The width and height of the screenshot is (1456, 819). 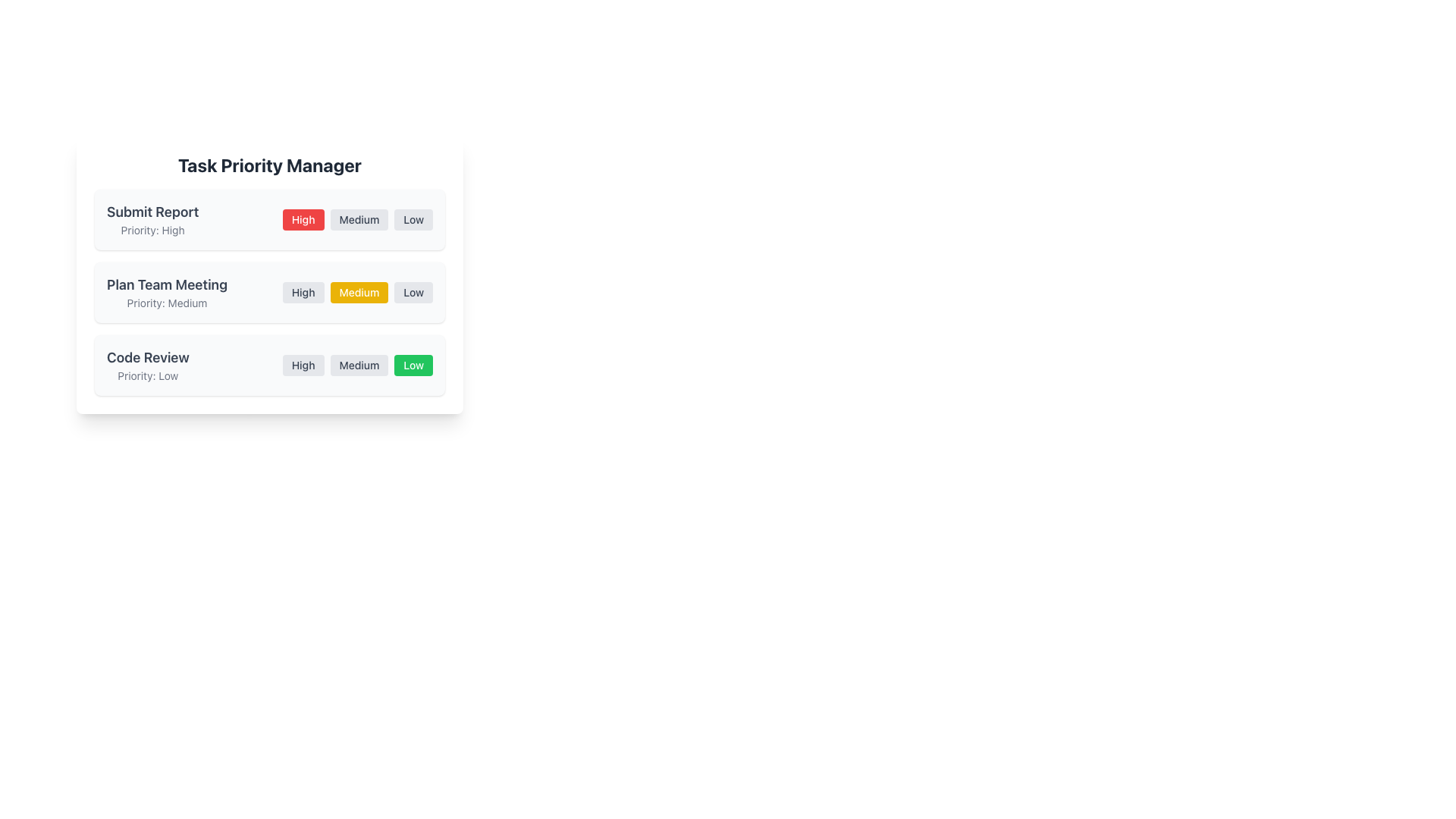 I want to click on the 'High' priority button, which is a rectangular button with a red background and white text, prominently labeled and part of a group of three priority buttons, so click(x=303, y=219).